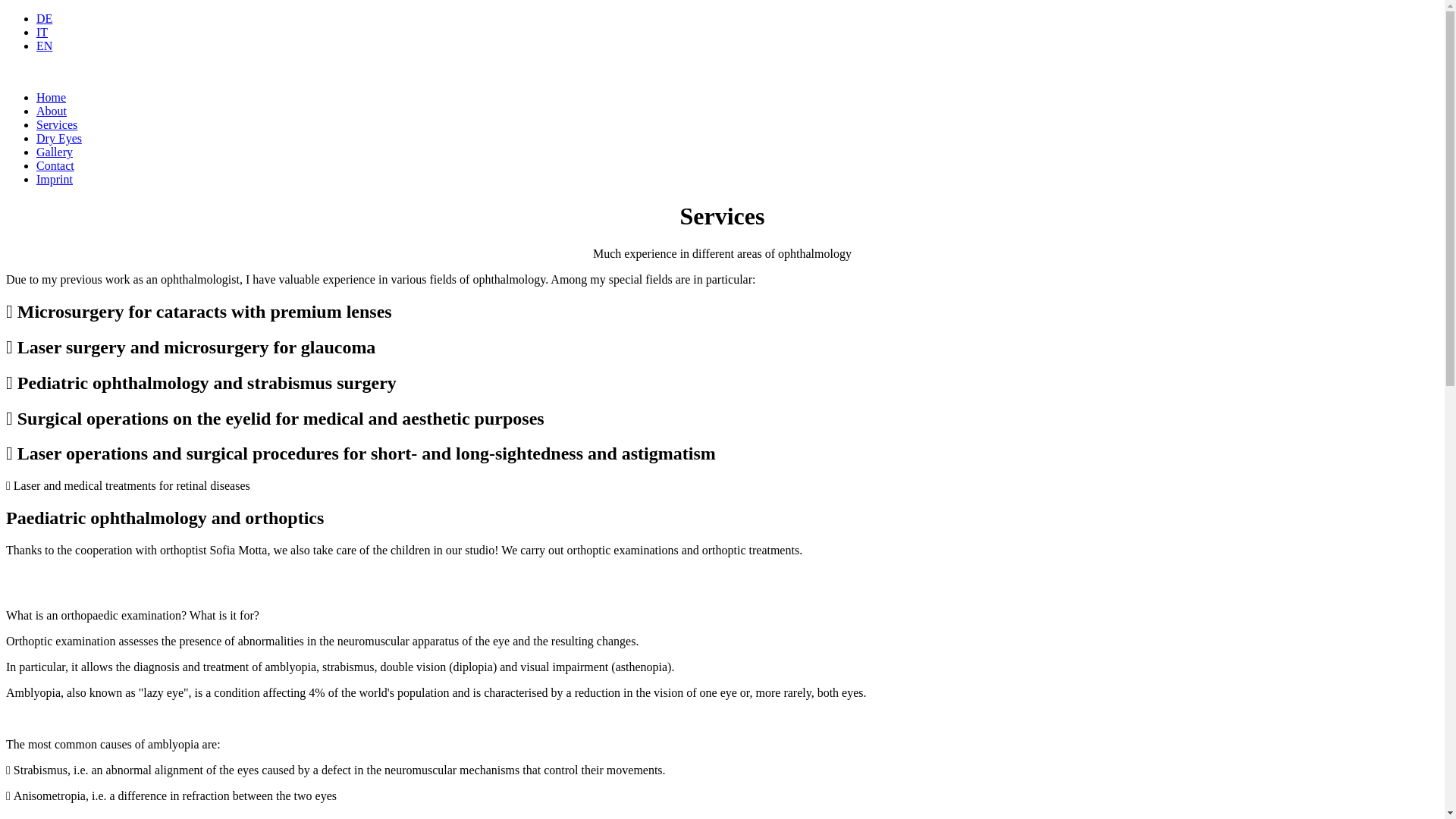  I want to click on 'DE', so click(44, 18).